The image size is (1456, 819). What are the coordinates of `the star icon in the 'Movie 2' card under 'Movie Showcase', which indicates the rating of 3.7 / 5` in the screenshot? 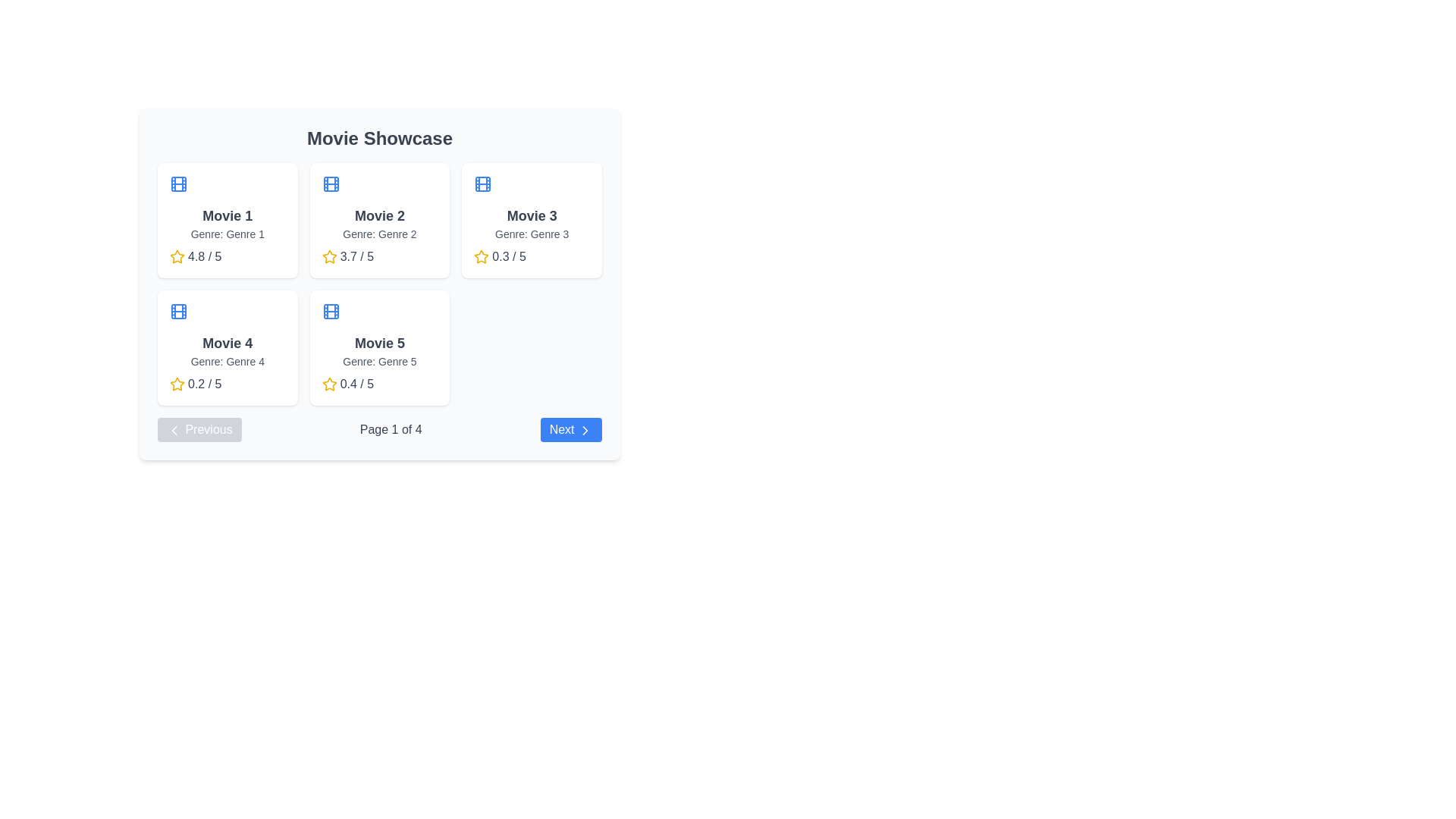 It's located at (328, 256).